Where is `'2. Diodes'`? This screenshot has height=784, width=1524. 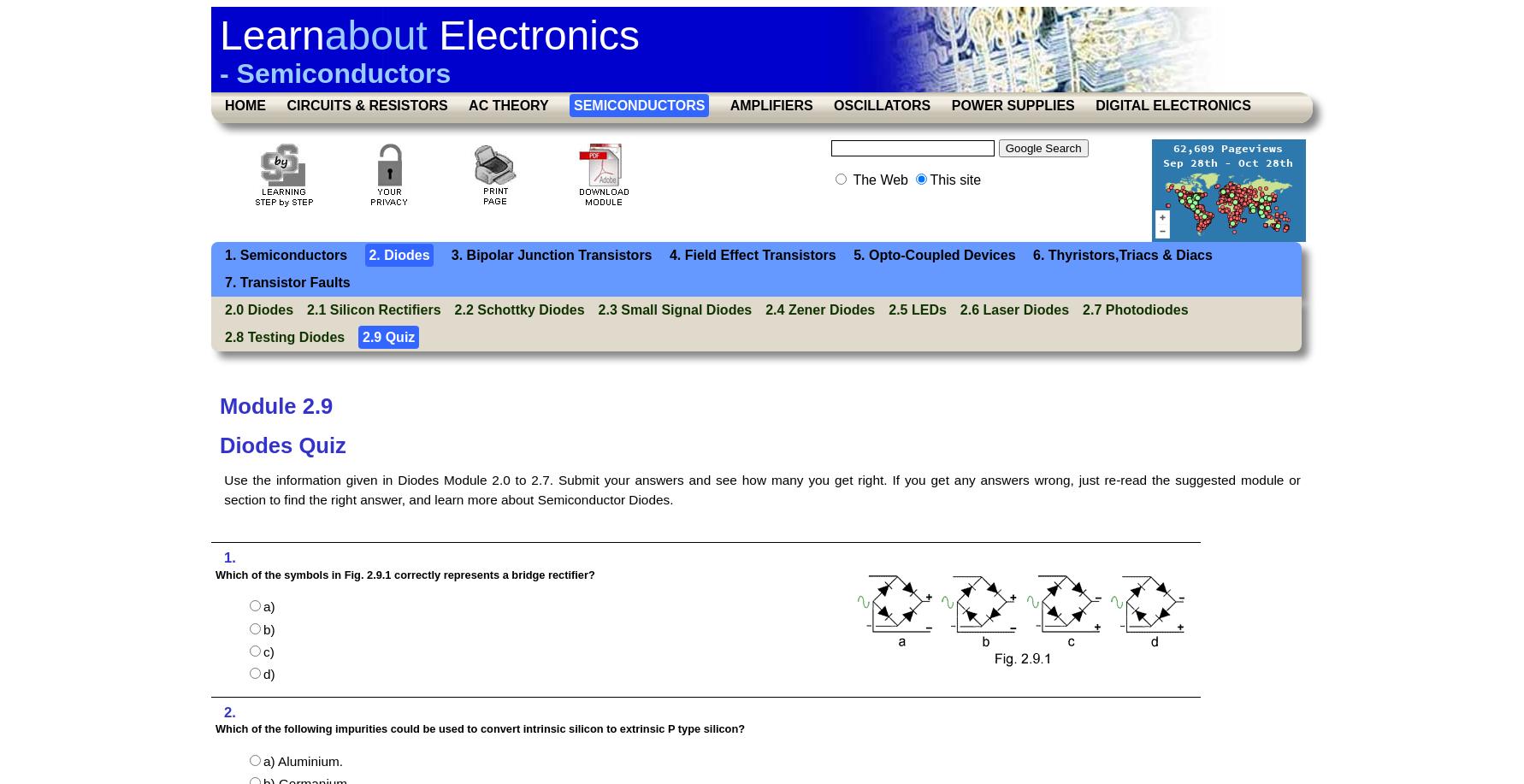 '2. Diodes' is located at coordinates (369, 255).